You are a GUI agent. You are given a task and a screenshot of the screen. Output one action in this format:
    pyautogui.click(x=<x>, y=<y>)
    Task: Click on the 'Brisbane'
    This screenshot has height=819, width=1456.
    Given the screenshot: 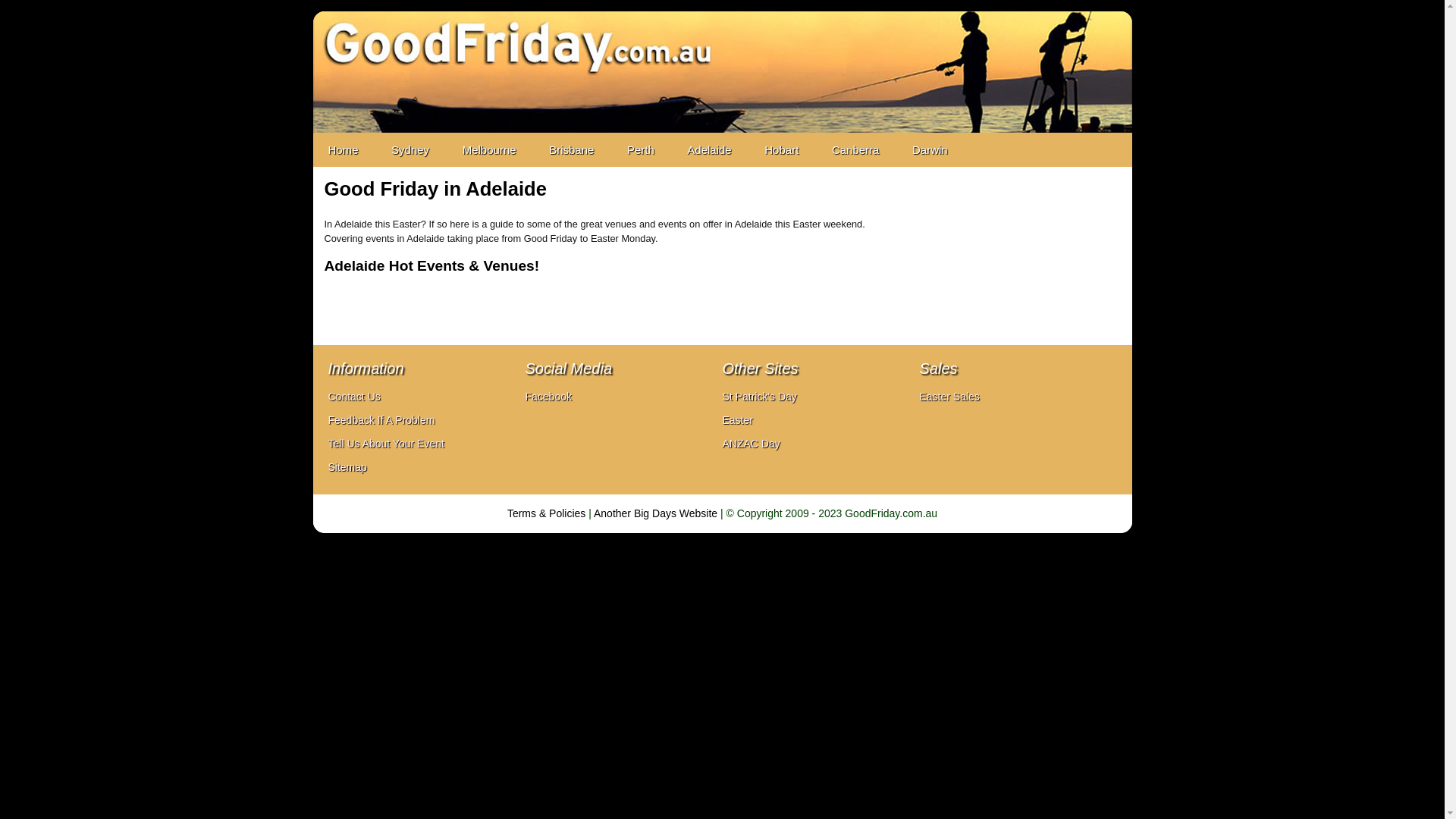 What is the action you would take?
    pyautogui.click(x=570, y=149)
    